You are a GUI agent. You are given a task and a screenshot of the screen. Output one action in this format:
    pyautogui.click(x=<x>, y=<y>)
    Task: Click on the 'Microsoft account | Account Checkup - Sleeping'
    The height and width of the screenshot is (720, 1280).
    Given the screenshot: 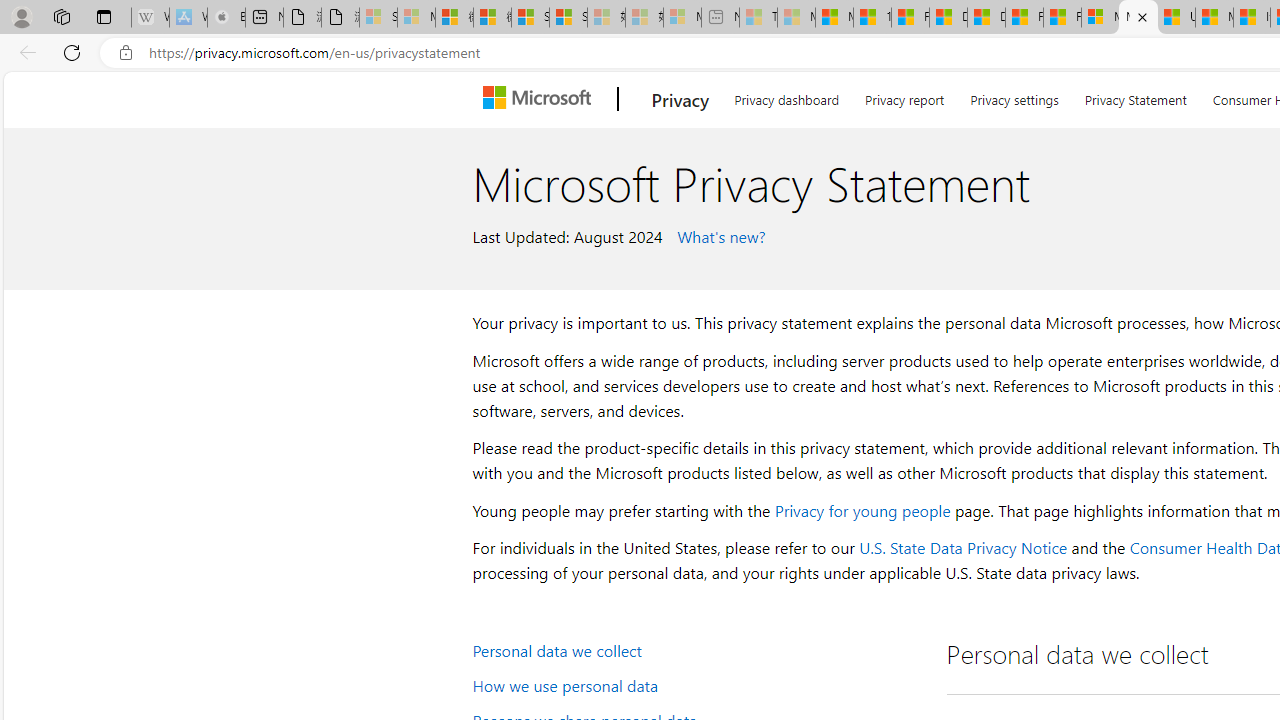 What is the action you would take?
    pyautogui.click(x=682, y=17)
    